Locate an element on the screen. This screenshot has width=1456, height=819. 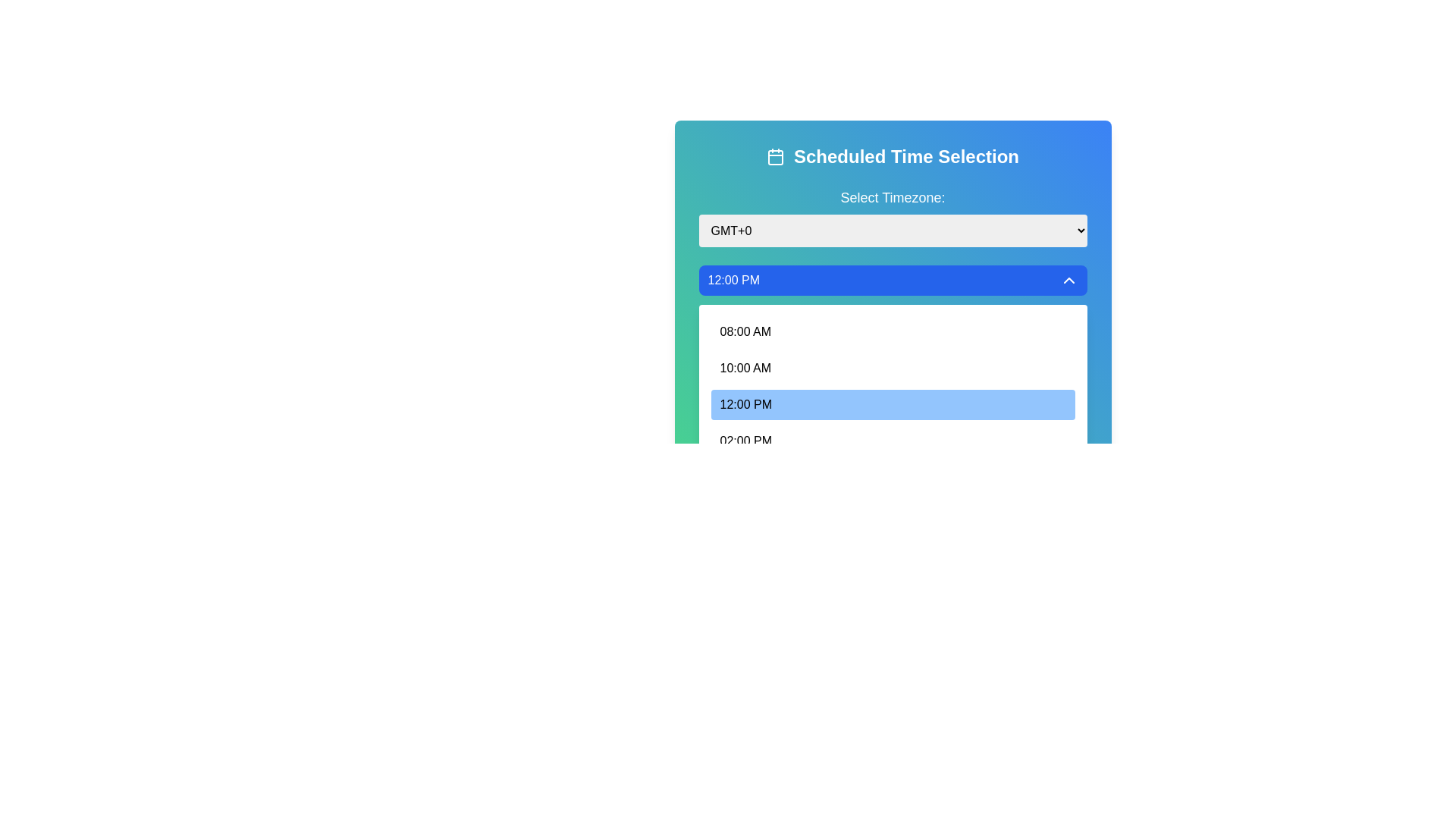
on the dropdown menu labeled 'Select Timezone:' which currently shows 'GMT+0' is located at coordinates (893, 231).